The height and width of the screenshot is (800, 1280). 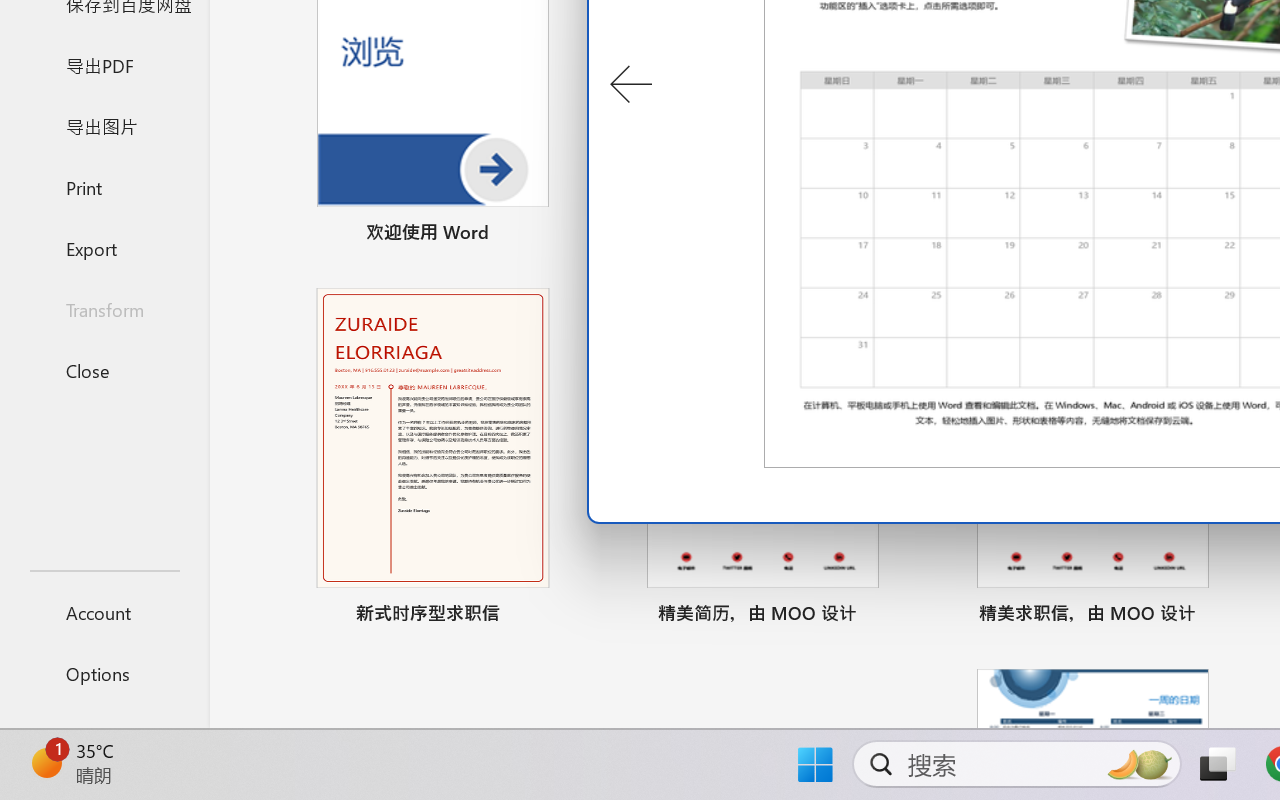 What do you see at coordinates (103, 673) in the screenshot?
I see `'Options'` at bounding box center [103, 673].